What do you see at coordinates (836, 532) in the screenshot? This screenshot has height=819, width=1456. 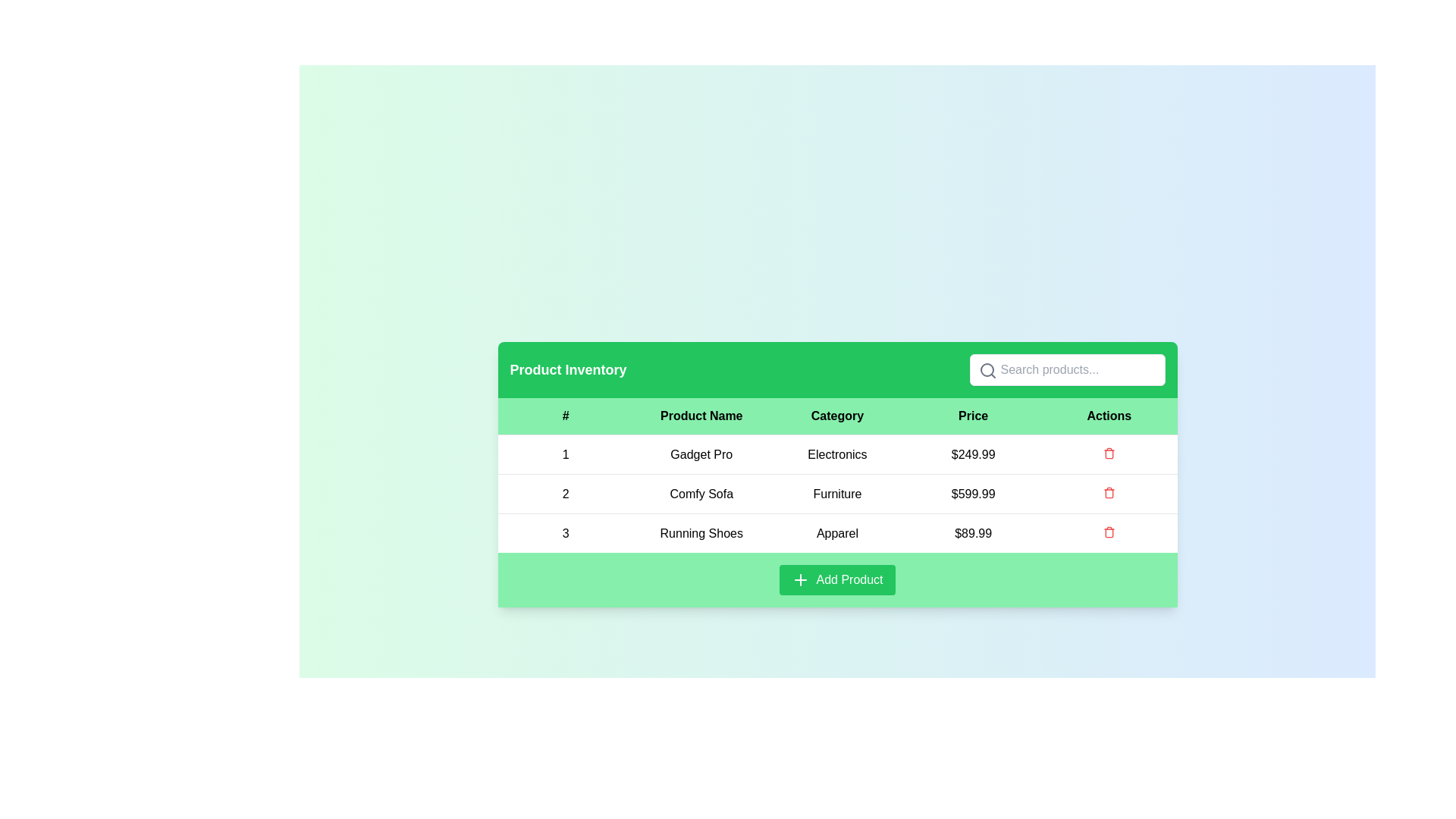 I see `product details from the third row of the product inventory table, which includes the product name 'Running Shoes', category 'Apparel', and price '$89.99'` at bounding box center [836, 532].